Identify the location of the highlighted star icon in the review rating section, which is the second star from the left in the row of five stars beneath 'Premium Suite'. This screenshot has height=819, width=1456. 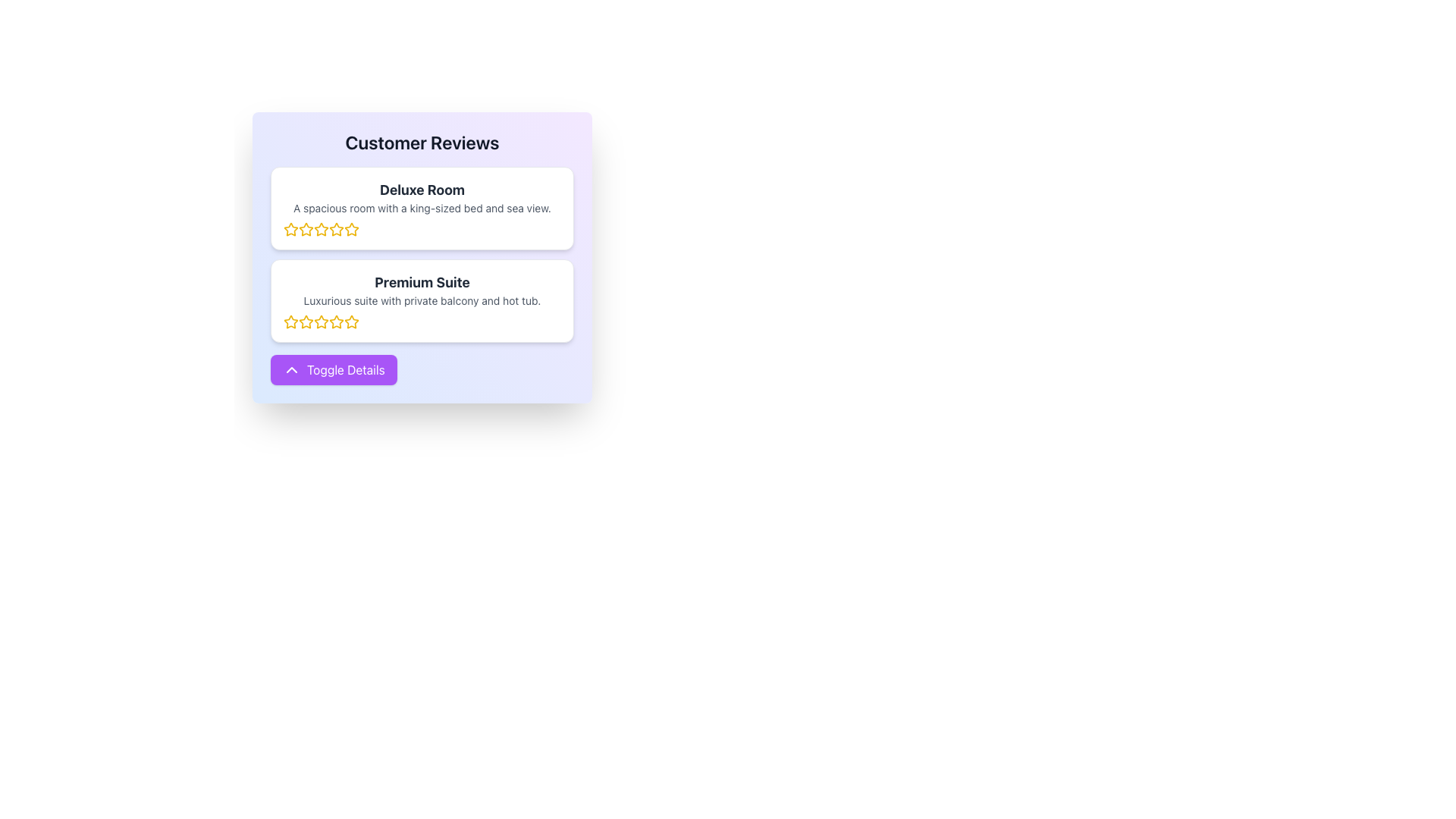
(291, 321).